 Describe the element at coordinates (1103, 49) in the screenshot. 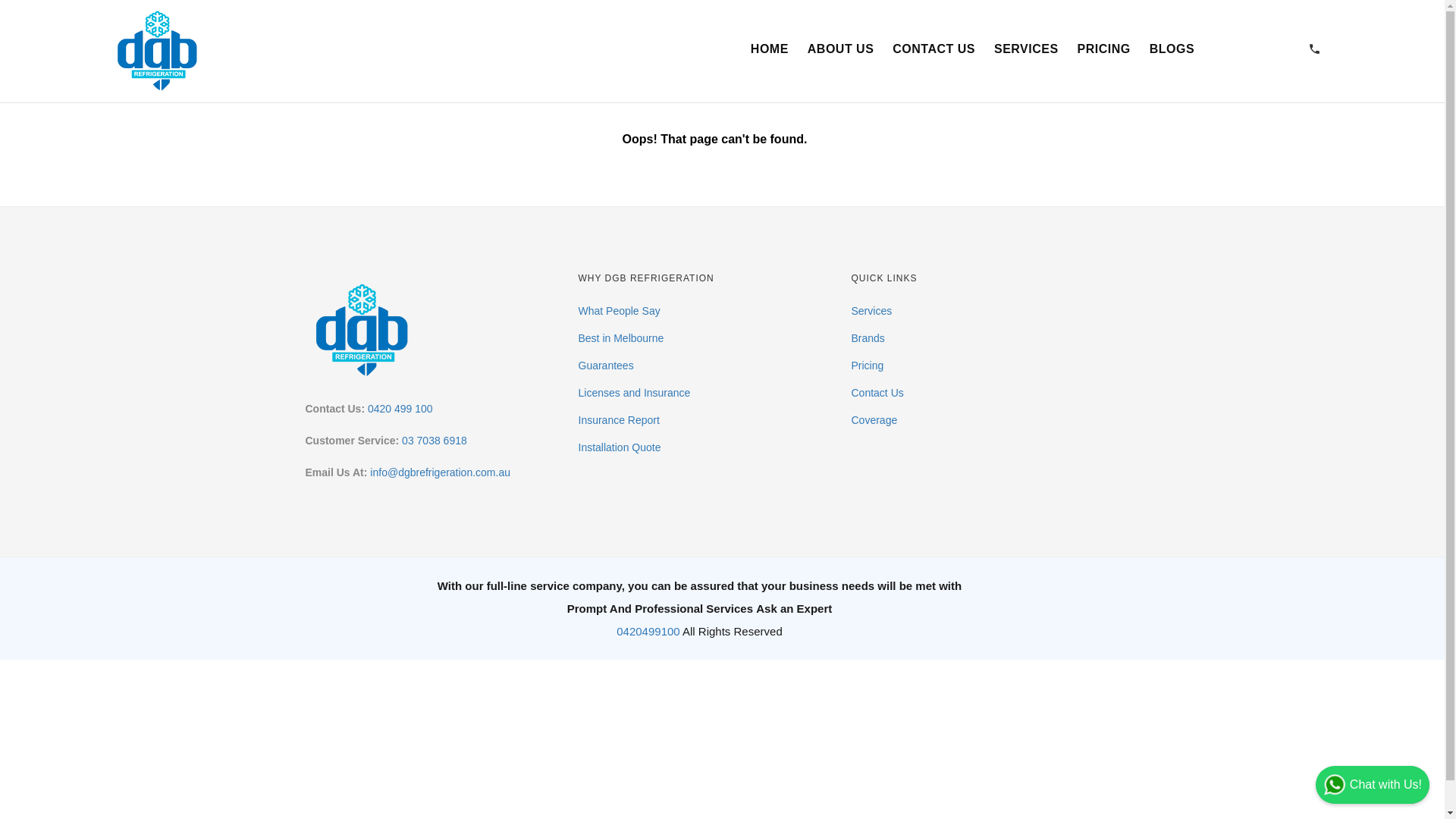

I see `'PRICING'` at that location.